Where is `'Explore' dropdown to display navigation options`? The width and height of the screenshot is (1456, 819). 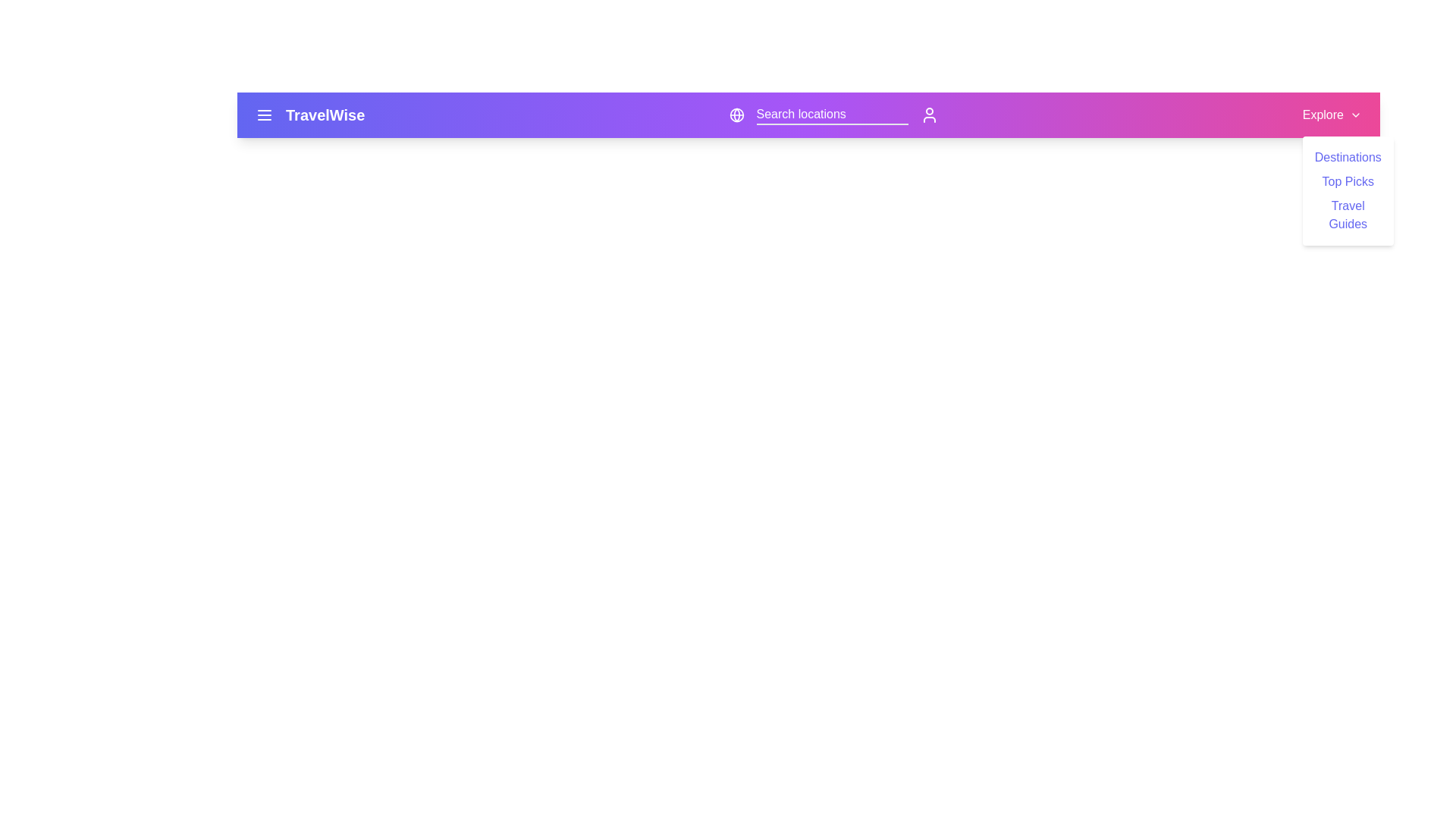 'Explore' dropdown to display navigation options is located at coordinates (1331, 114).